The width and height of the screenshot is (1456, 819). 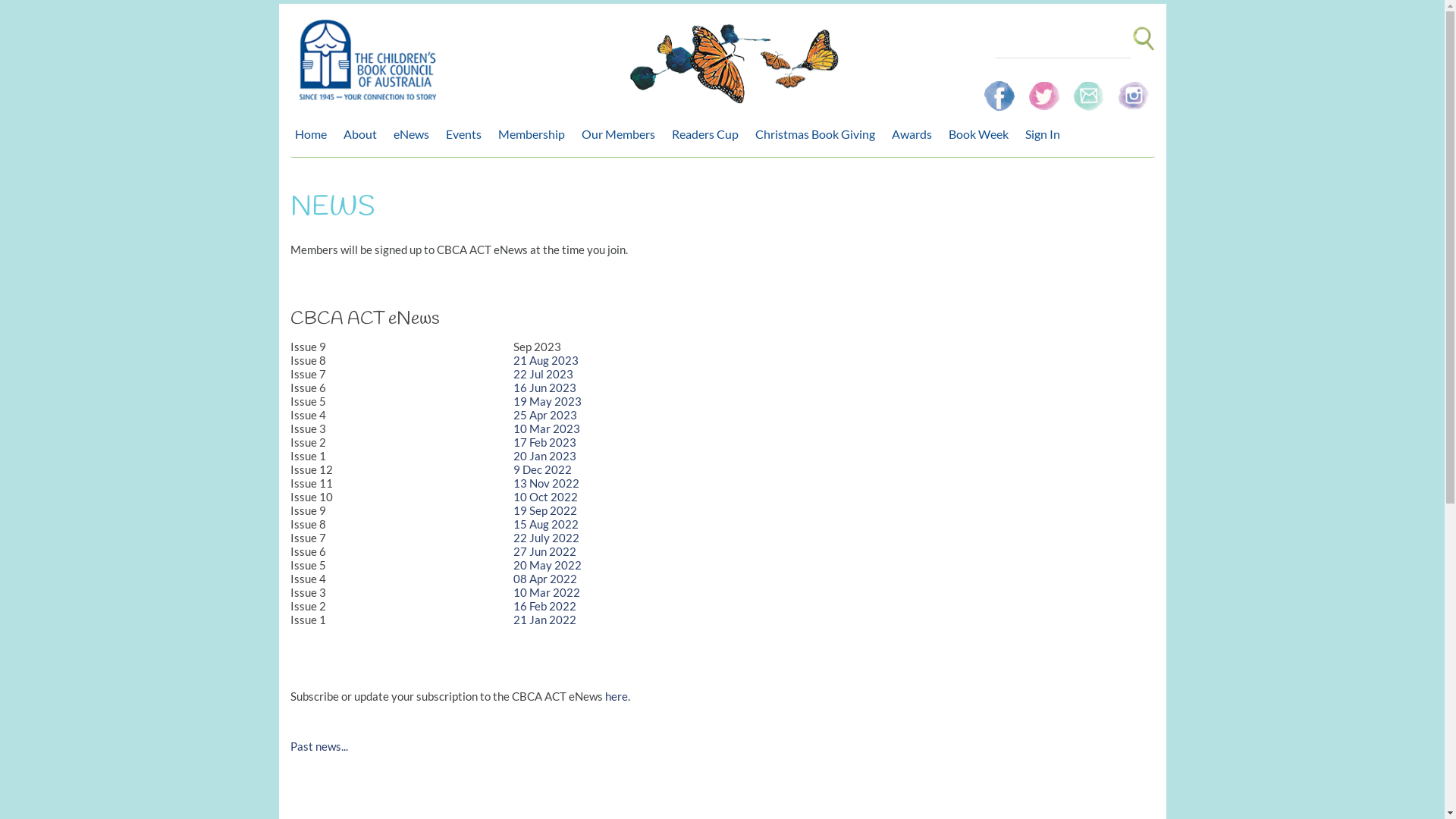 What do you see at coordinates (818, 133) in the screenshot?
I see `'Christmas Book Giving'` at bounding box center [818, 133].